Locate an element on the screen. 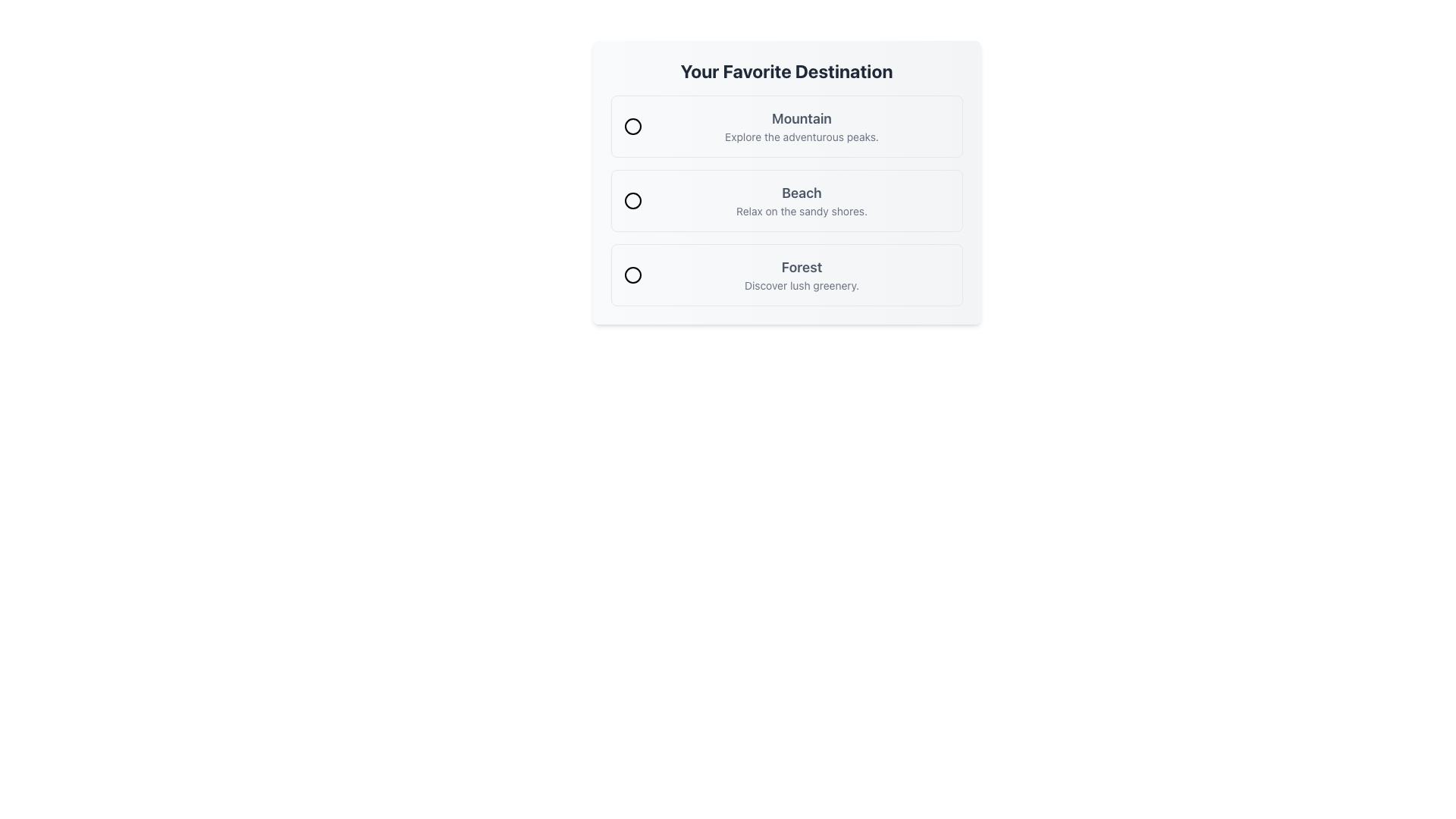 The height and width of the screenshot is (819, 1456). text label that serves as the title for the second selectable option in the menu, positioned above the descriptive text 'Relax on the sandy shores.' is located at coordinates (801, 192).